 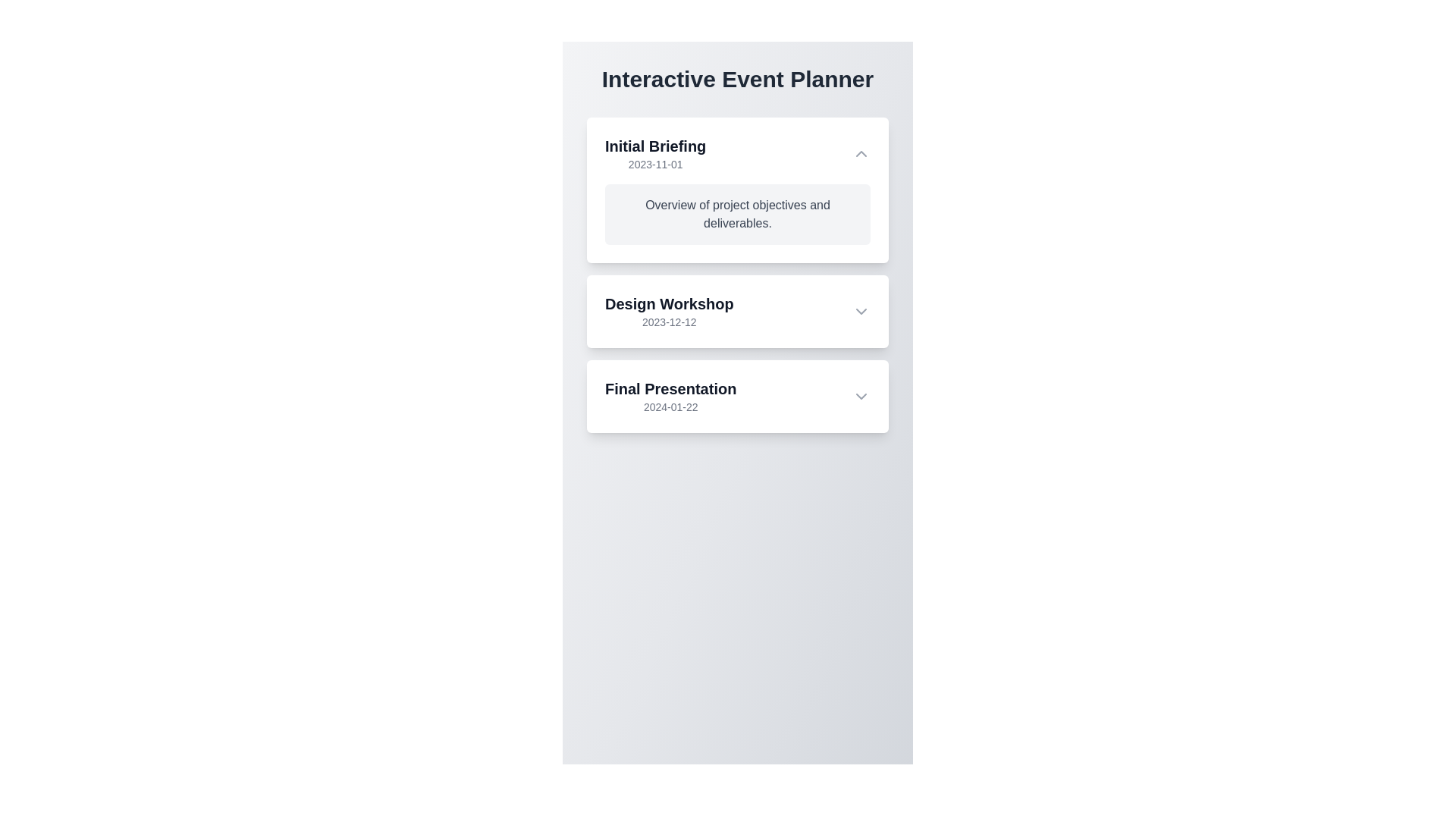 What do you see at coordinates (668, 321) in the screenshot?
I see `date text element located under the 'Design Workshop' title in the second card of the vertically-stacked list` at bounding box center [668, 321].